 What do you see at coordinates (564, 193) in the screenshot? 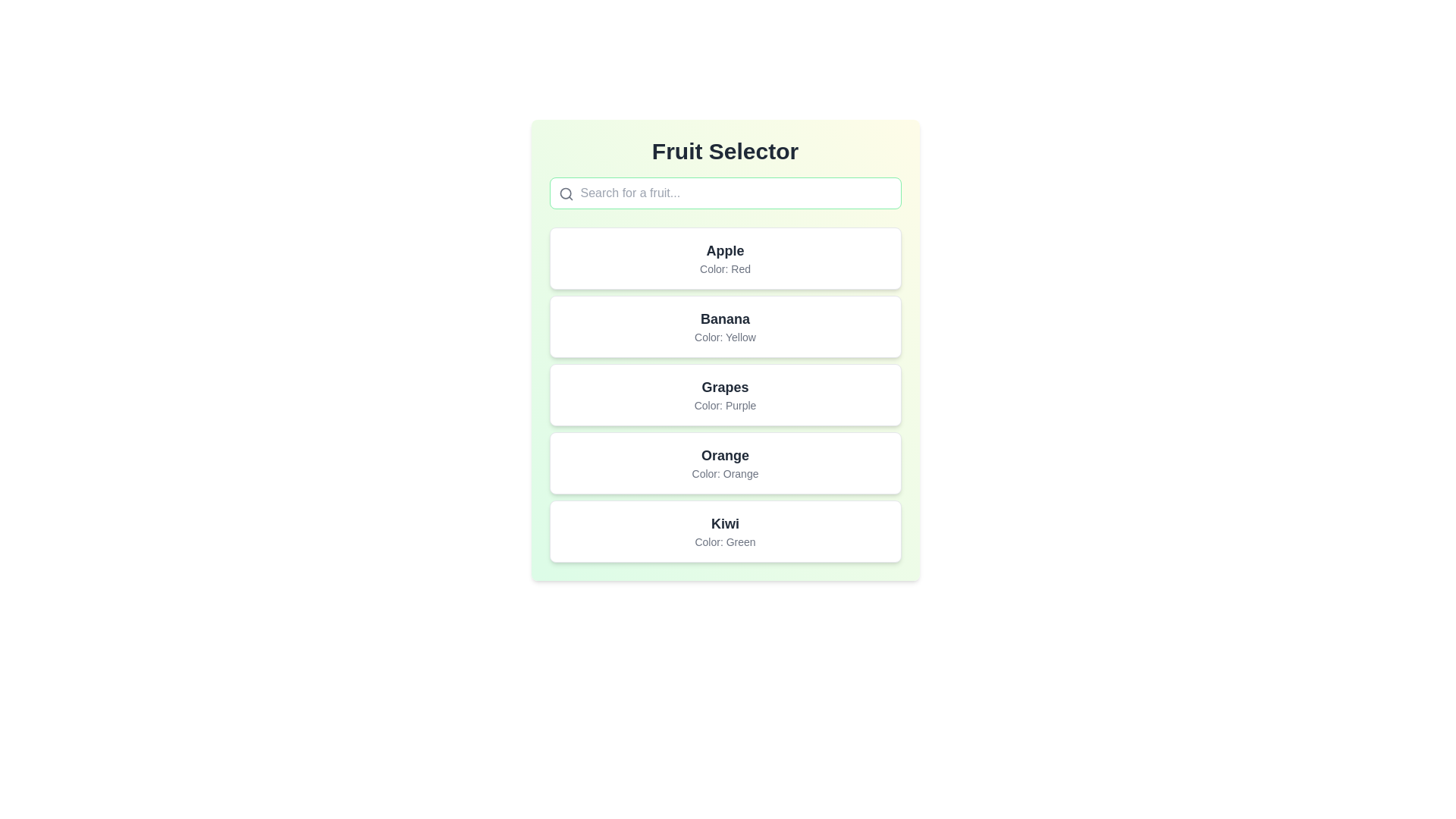
I see `the circular icon component of the magnifying glass located at the top-left corner of the Fruit Selector interface` at bounding box center [564, 193].